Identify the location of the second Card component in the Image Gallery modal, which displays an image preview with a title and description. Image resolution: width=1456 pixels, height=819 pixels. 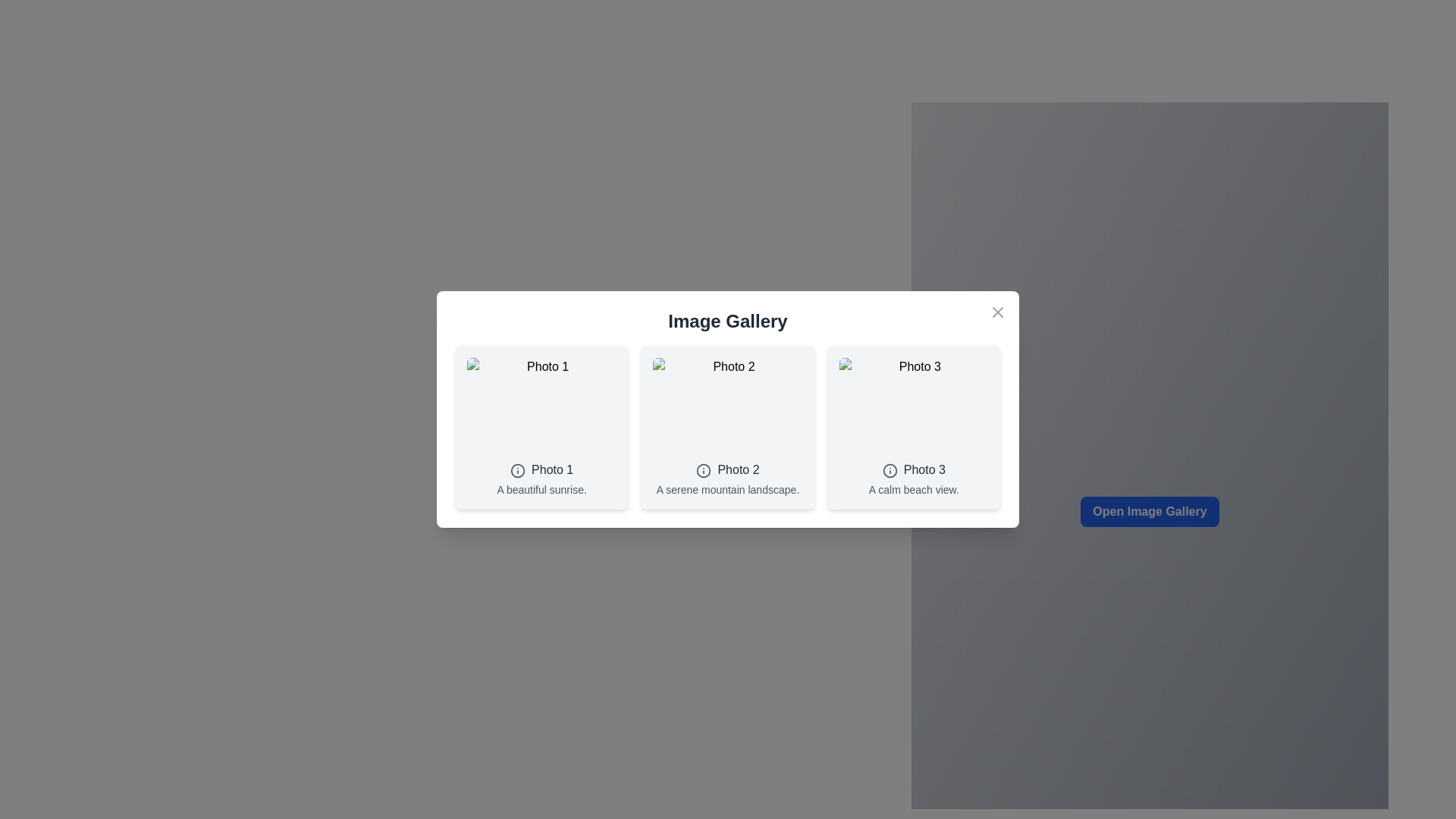
(728, 427).